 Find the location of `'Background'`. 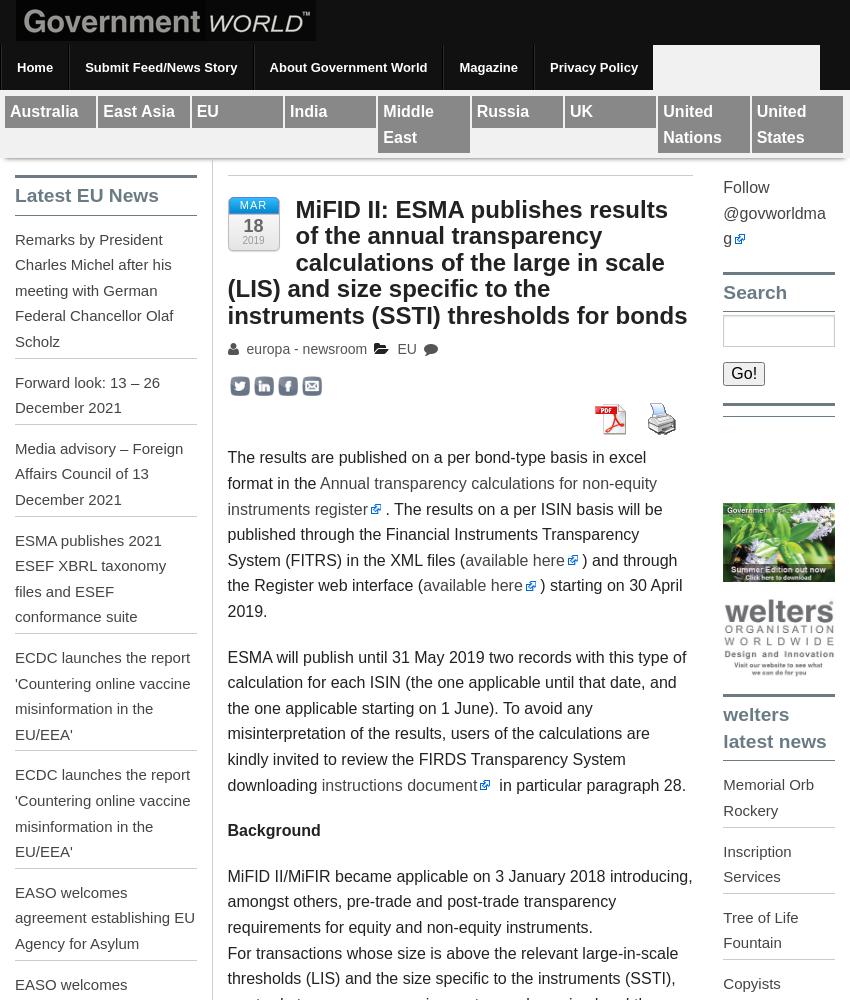

'Background' is located at coordinates (227, 829).